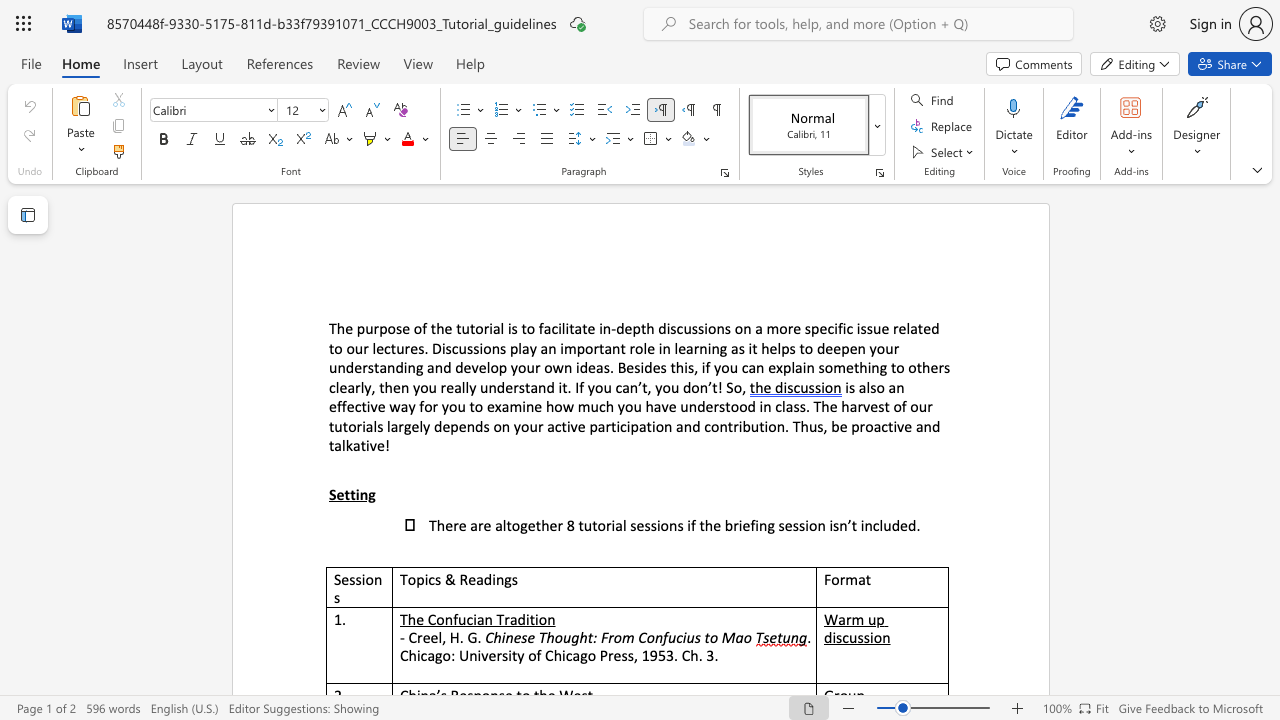  I want to click on the 1th character "r" in the text, so click(540, 425).